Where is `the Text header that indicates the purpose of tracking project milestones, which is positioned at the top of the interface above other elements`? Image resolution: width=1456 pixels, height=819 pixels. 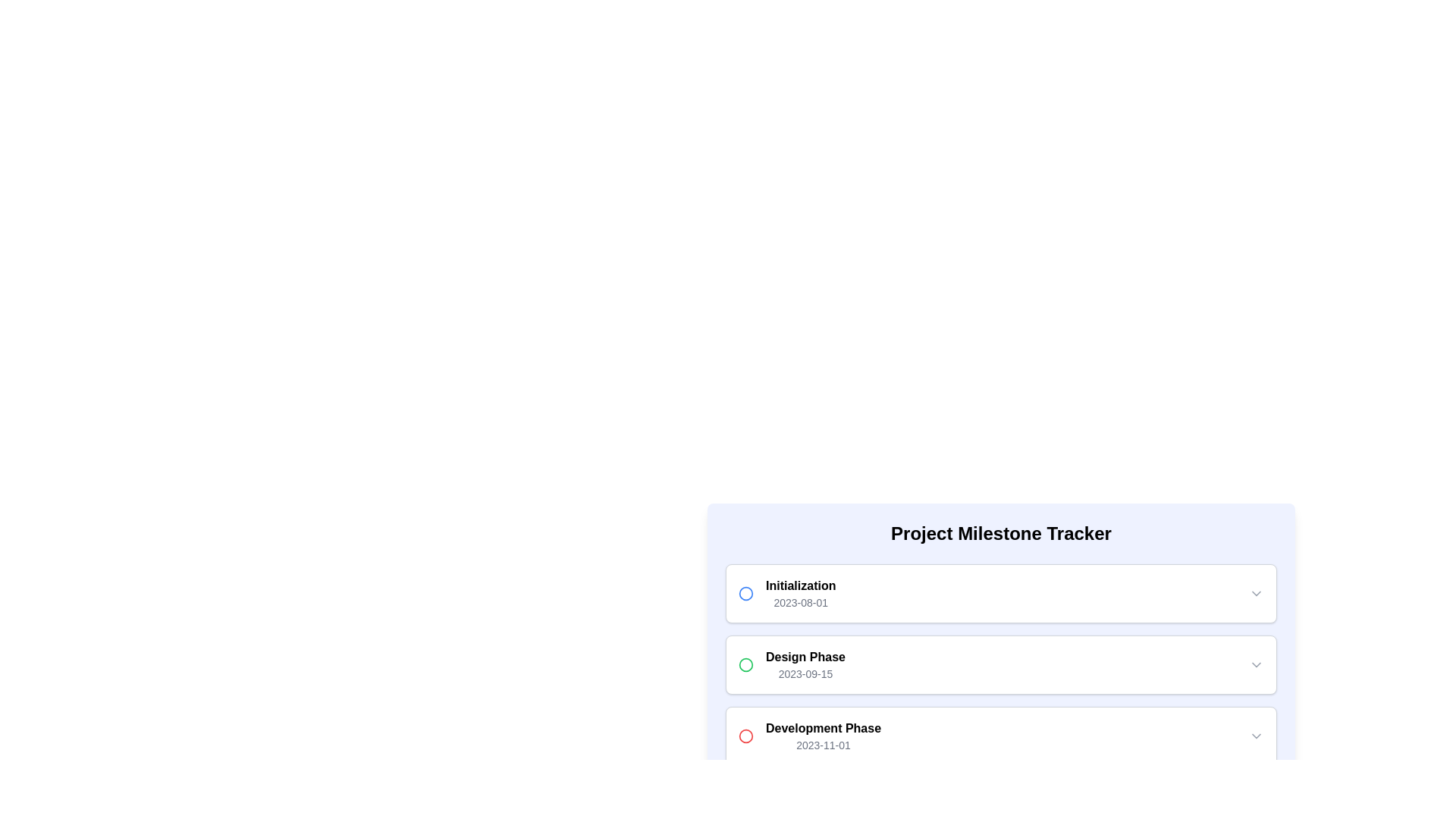
the Text header that indicates the purpose of tracking project milestones, which is positioned at the top of the interface above other elements is located at coordinates (1001, 533).